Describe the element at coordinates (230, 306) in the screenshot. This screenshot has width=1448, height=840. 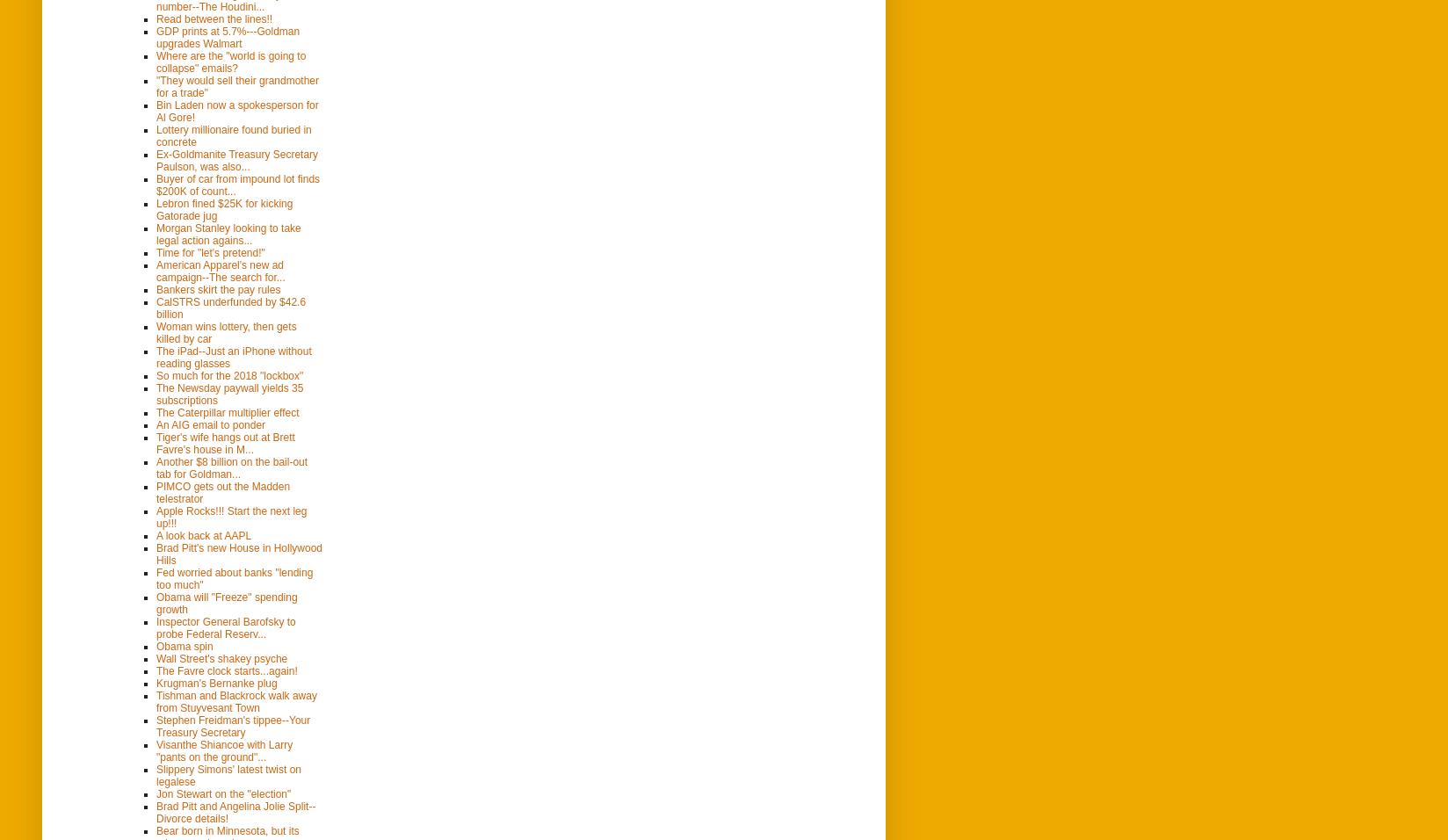
I see `'CalSTRS underfunded by $42.6 billion'` at that location.